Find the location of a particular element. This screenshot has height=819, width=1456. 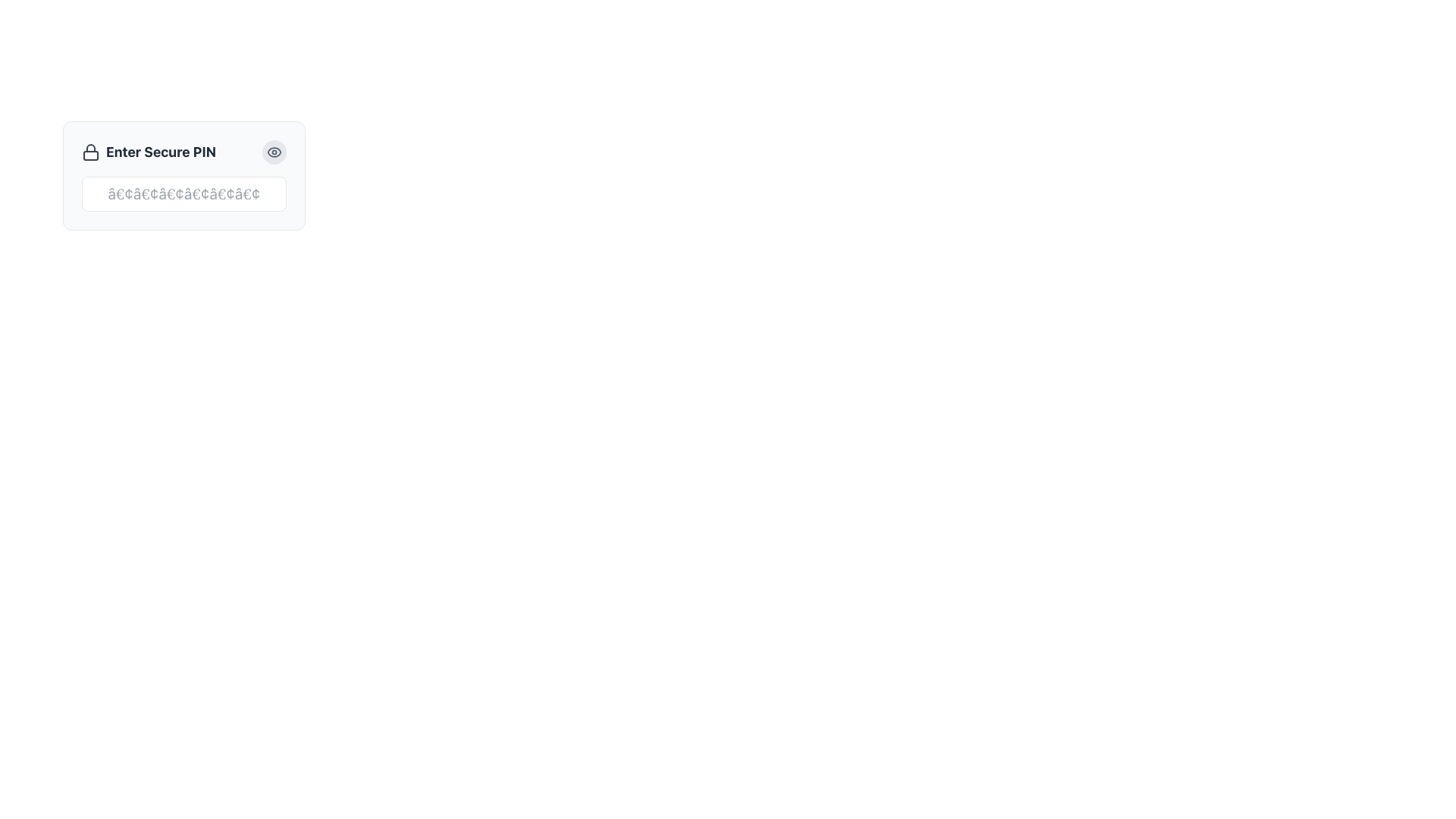

the compact, circular eye icon within the rounded button located to the right of the 'Enter Secure PIN' input field is located at coordinates (274, 152).